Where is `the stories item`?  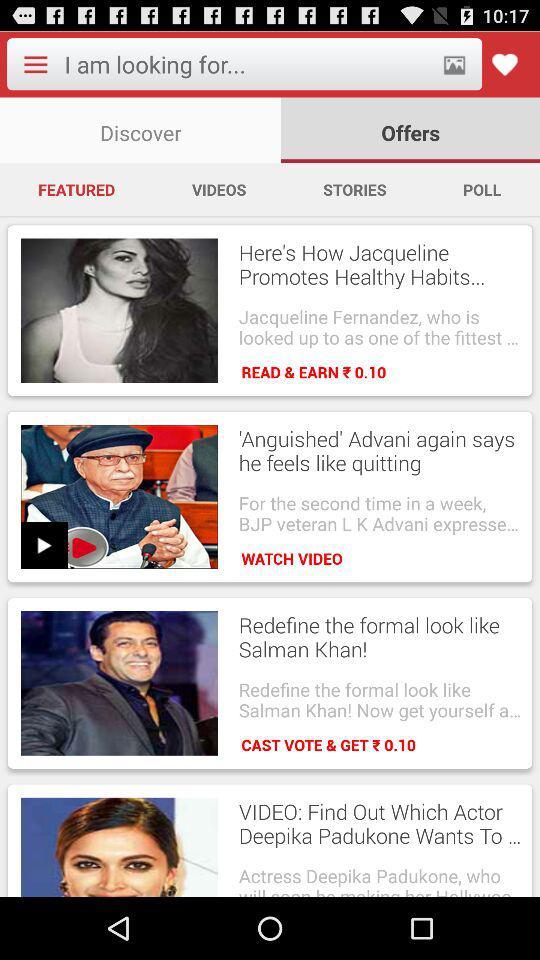 the stories item is located at coordinates (353, 189).